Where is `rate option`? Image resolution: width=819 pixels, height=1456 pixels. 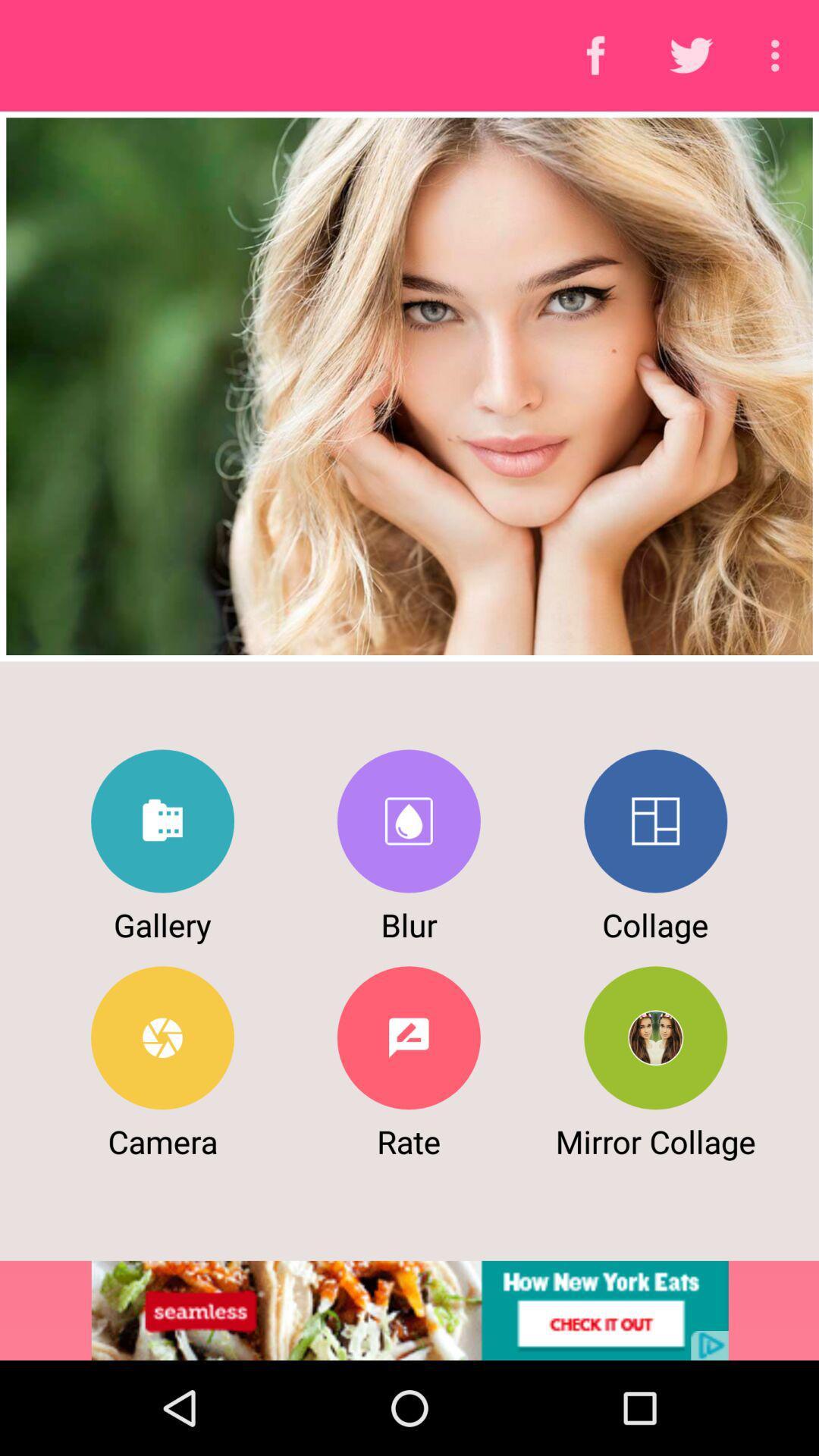
rate option is located at coordinates (408, 1037).